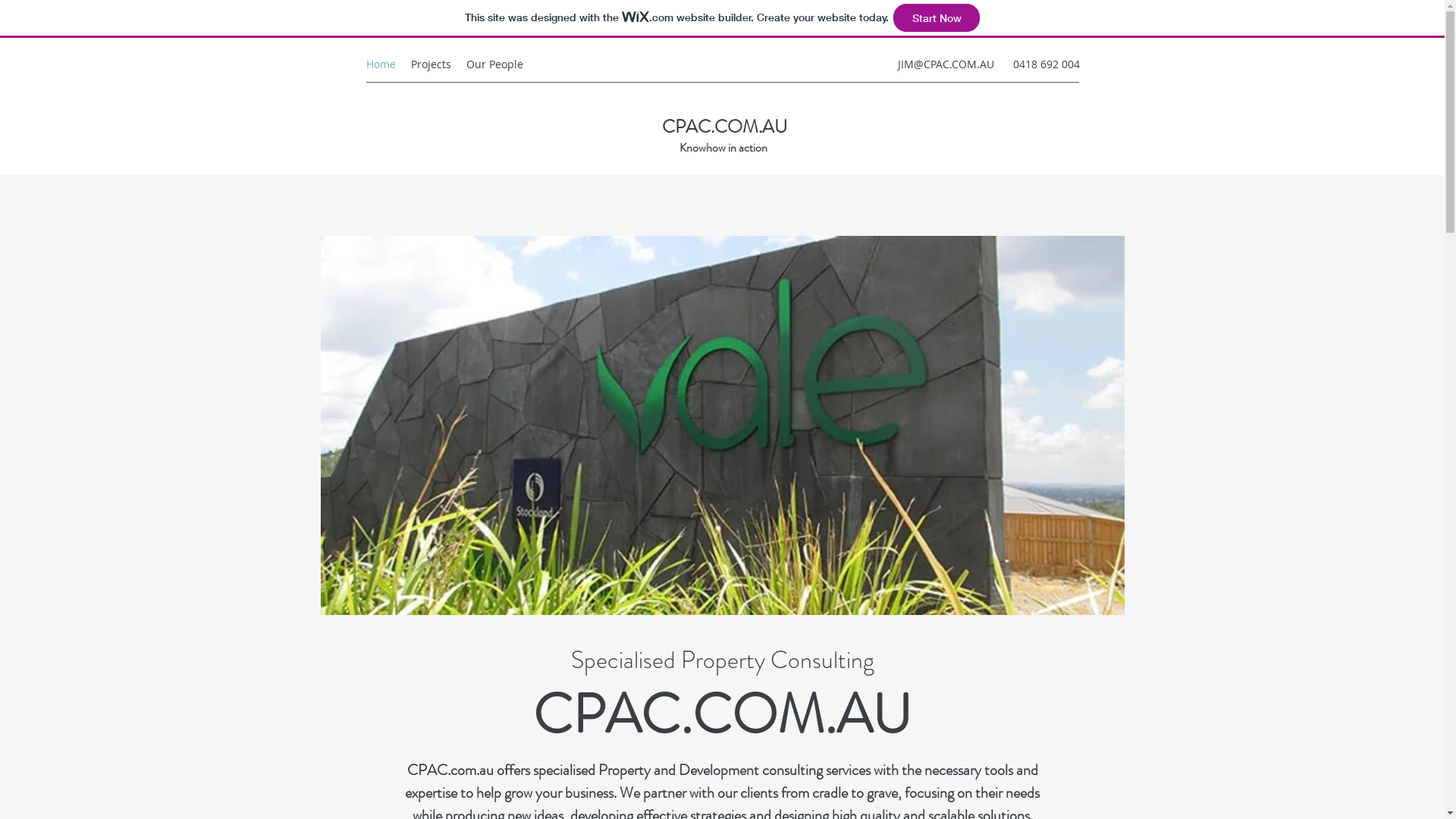 This screenshot has height=819, width=1456. I want to click on 'Projects', so click(430, 63).